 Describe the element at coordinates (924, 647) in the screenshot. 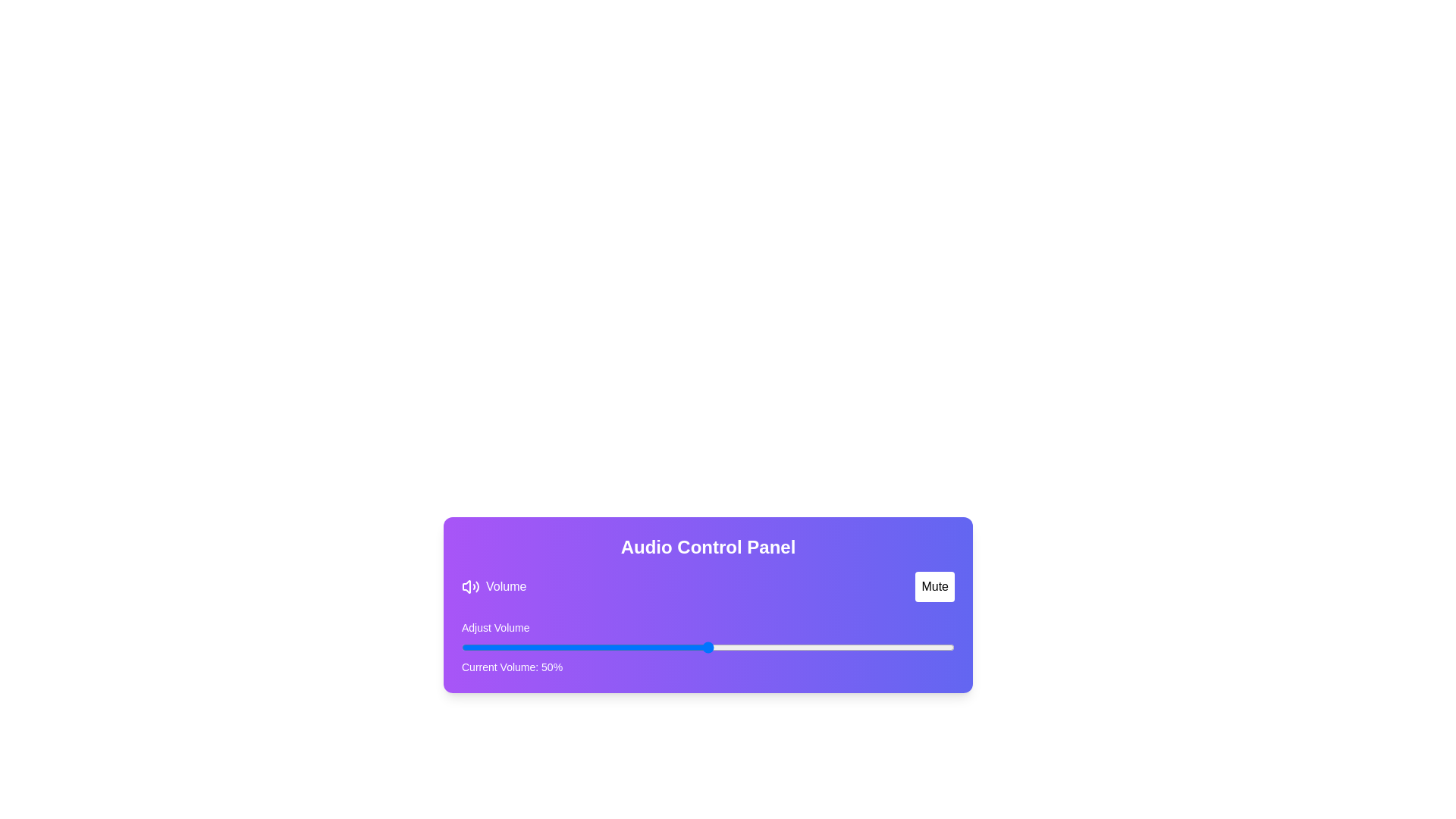

I see `the volume slider` at that location.